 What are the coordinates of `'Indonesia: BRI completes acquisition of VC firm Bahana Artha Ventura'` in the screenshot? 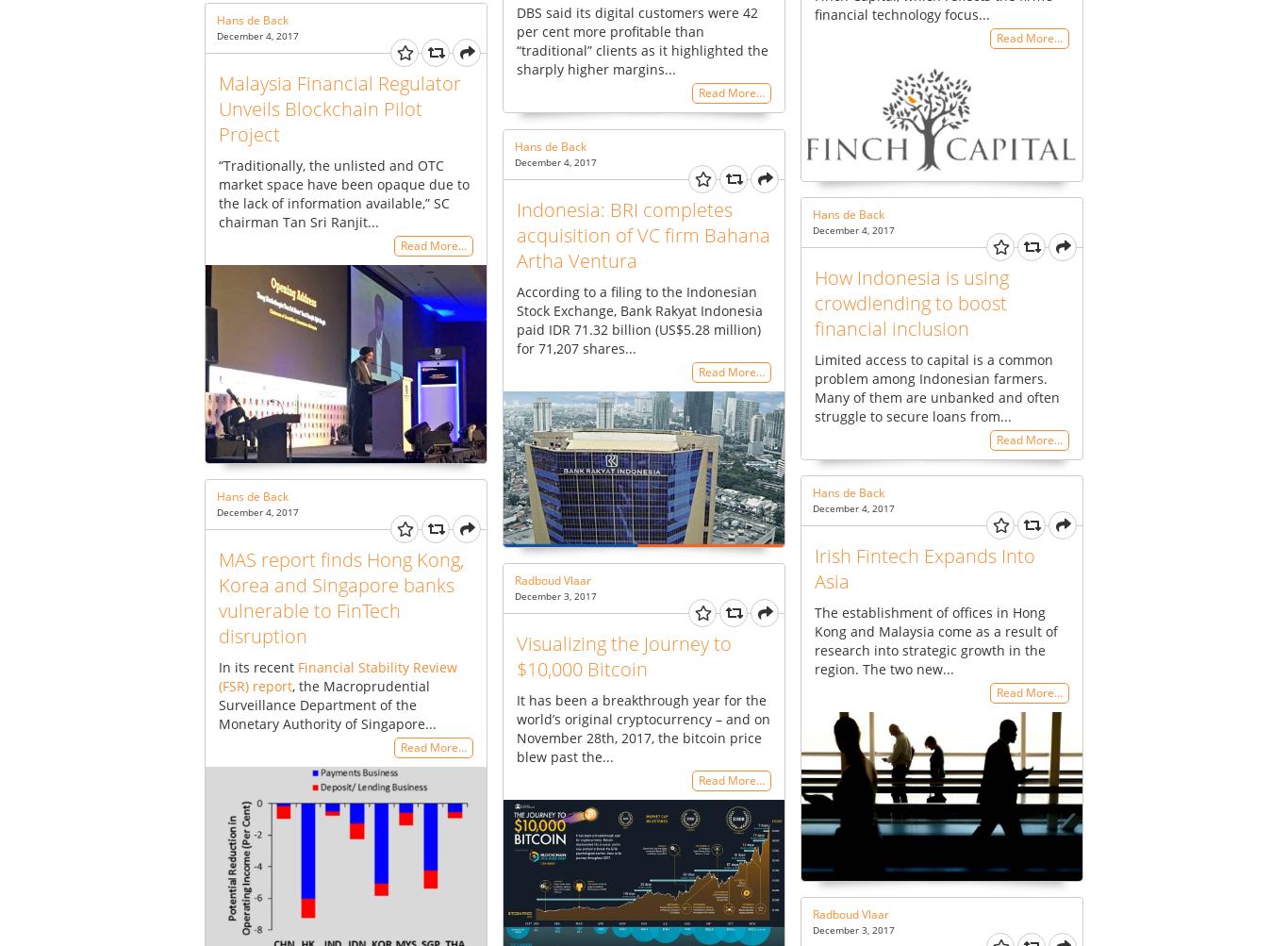 It's located at (517, 234).